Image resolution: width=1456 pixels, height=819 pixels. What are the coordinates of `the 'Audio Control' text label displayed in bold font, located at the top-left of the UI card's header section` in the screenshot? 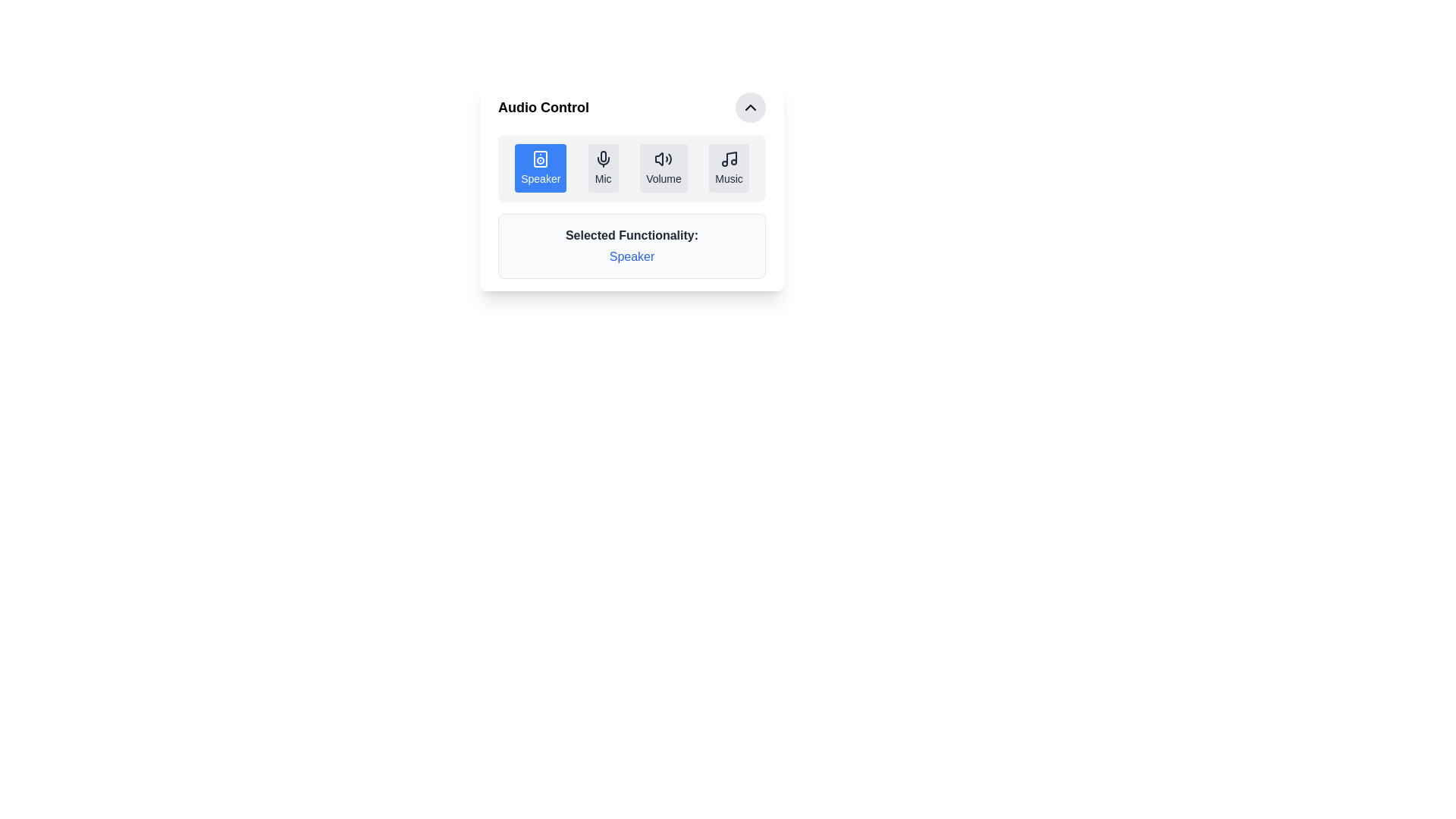 It's located at (543, 107).